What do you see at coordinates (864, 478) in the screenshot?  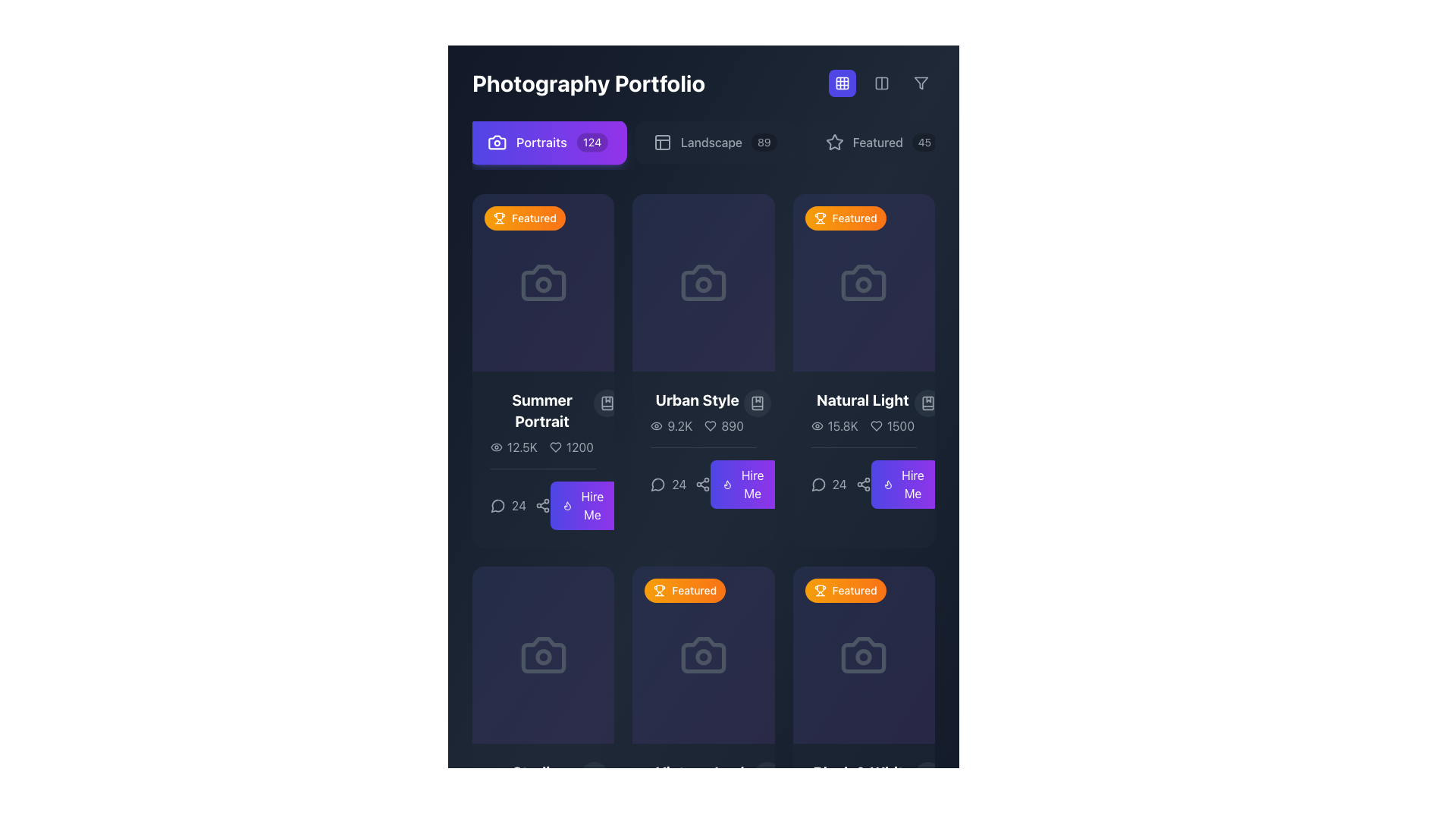 I see `the chain or link icon within the card labeled 'Natural Light'` at bounding box center [864, 478].